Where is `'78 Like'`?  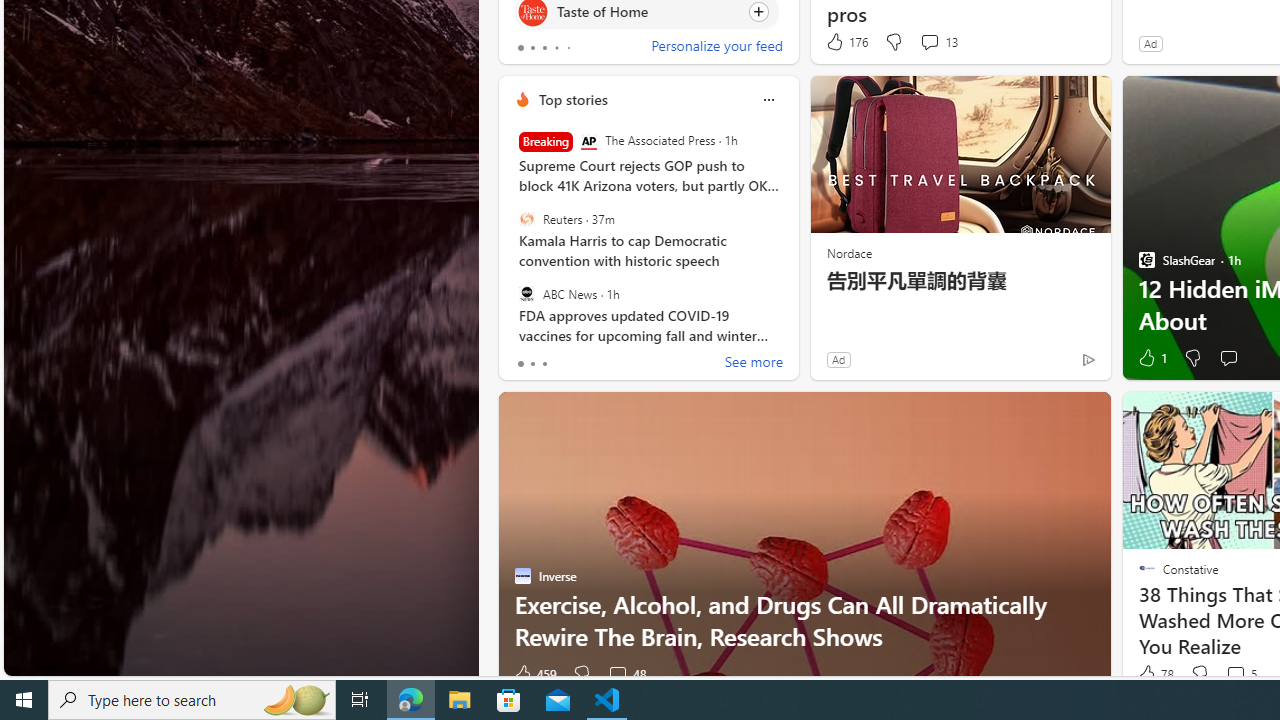 '78 Like' is located at coordinates (1154, 674).